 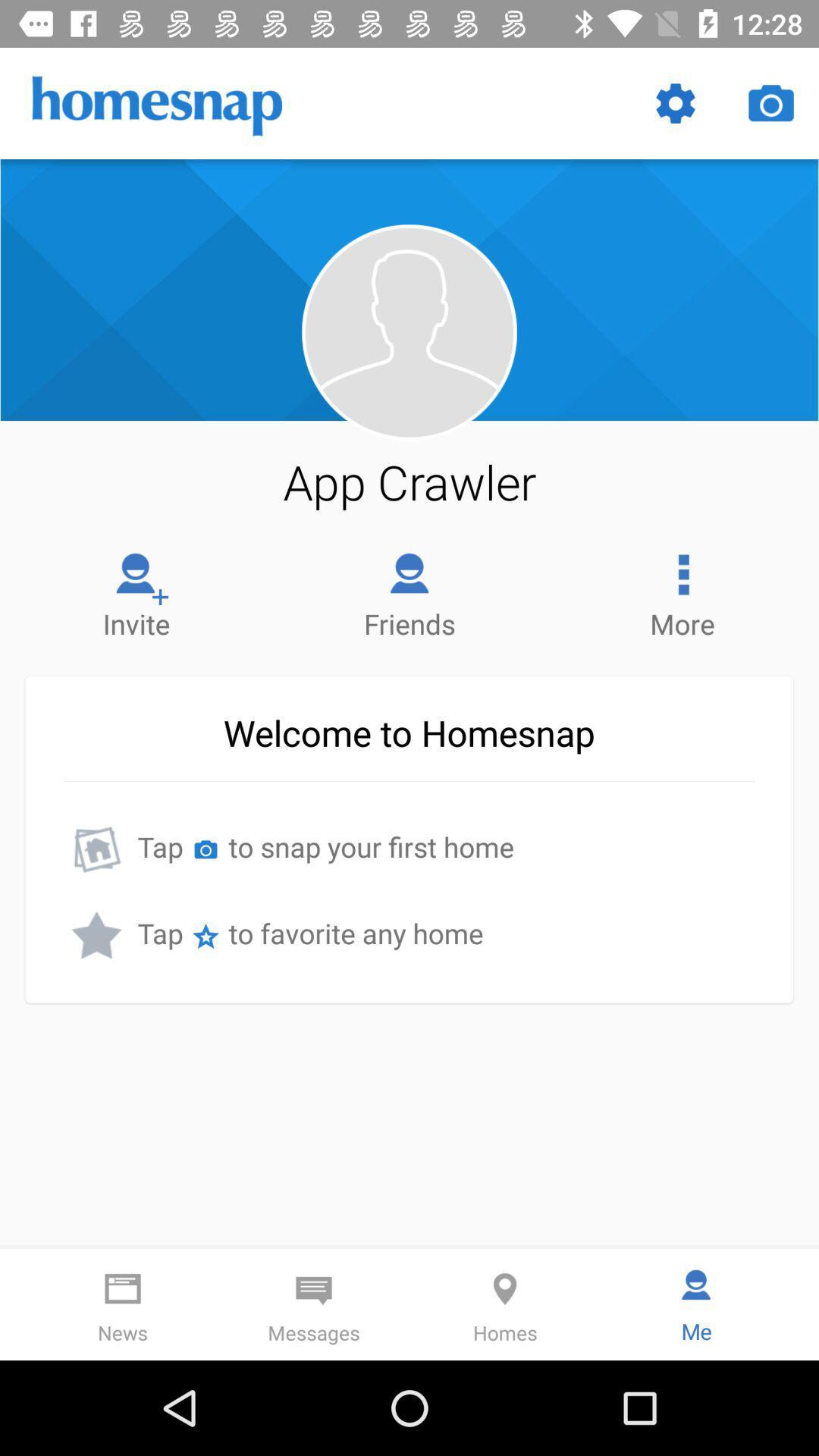 What do you see at coordinates (136, 591) in the screenshot?
I see `the item next to friends` at bounding box center [136, 591].